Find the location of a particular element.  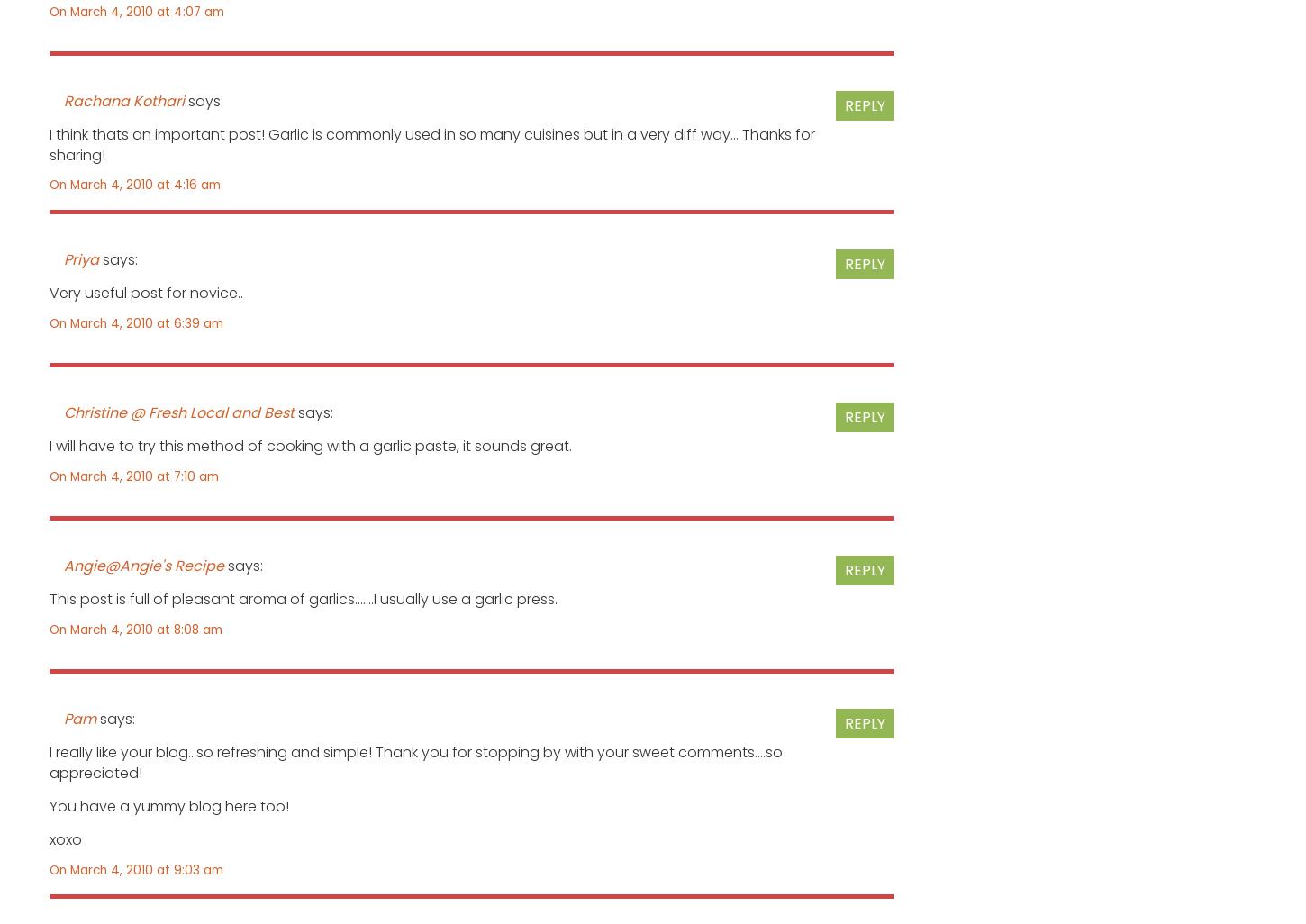

'On March 4, 2010 at 4:16 am' is located at coordinates (133, 184).